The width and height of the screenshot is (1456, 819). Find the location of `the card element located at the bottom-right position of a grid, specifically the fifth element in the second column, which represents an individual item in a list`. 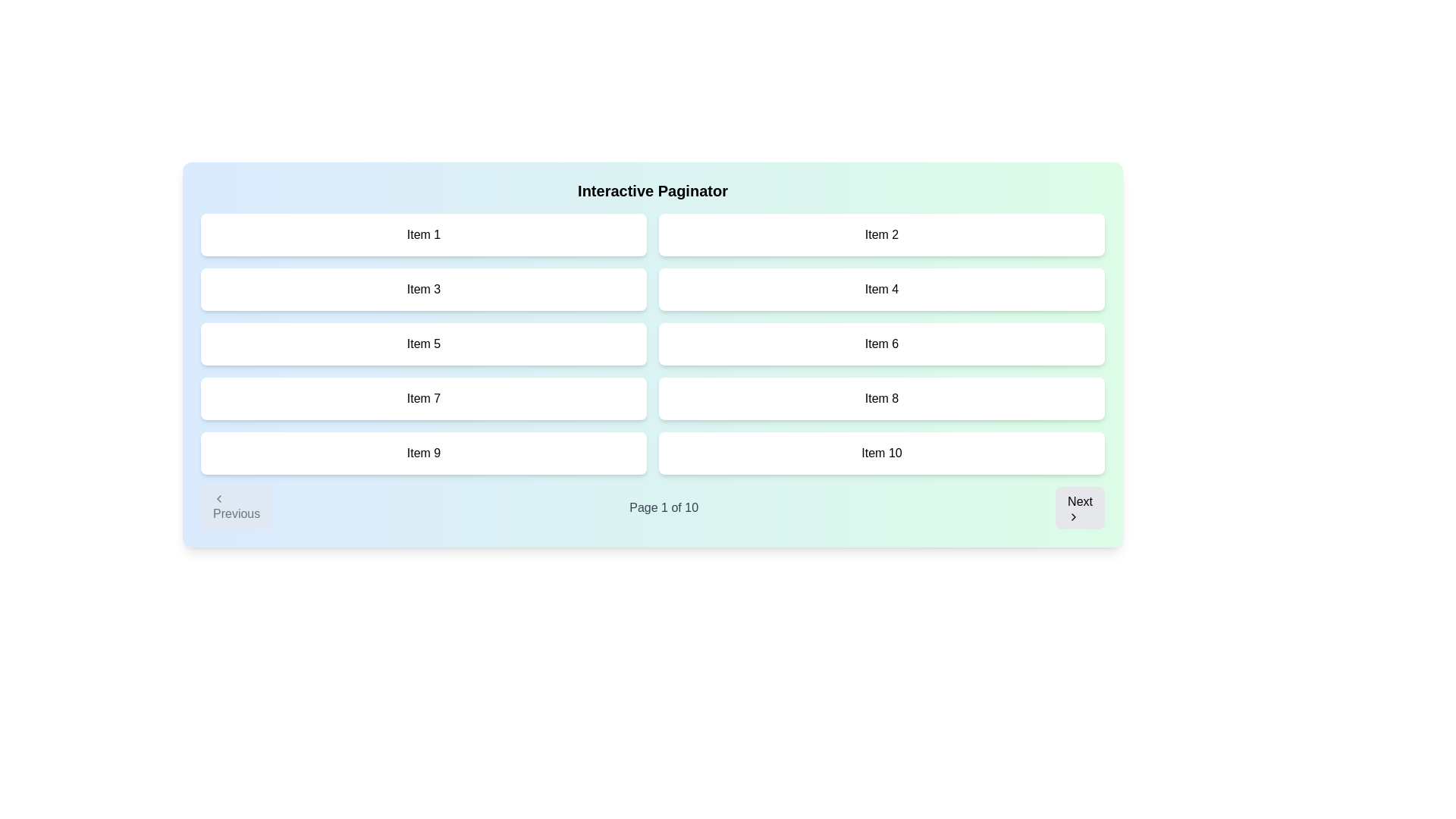

the card element located at the bottom-right position of a grid, specifically the fifth element in the second column, which represents an individual item in a list is located at coordinates (881, 452).